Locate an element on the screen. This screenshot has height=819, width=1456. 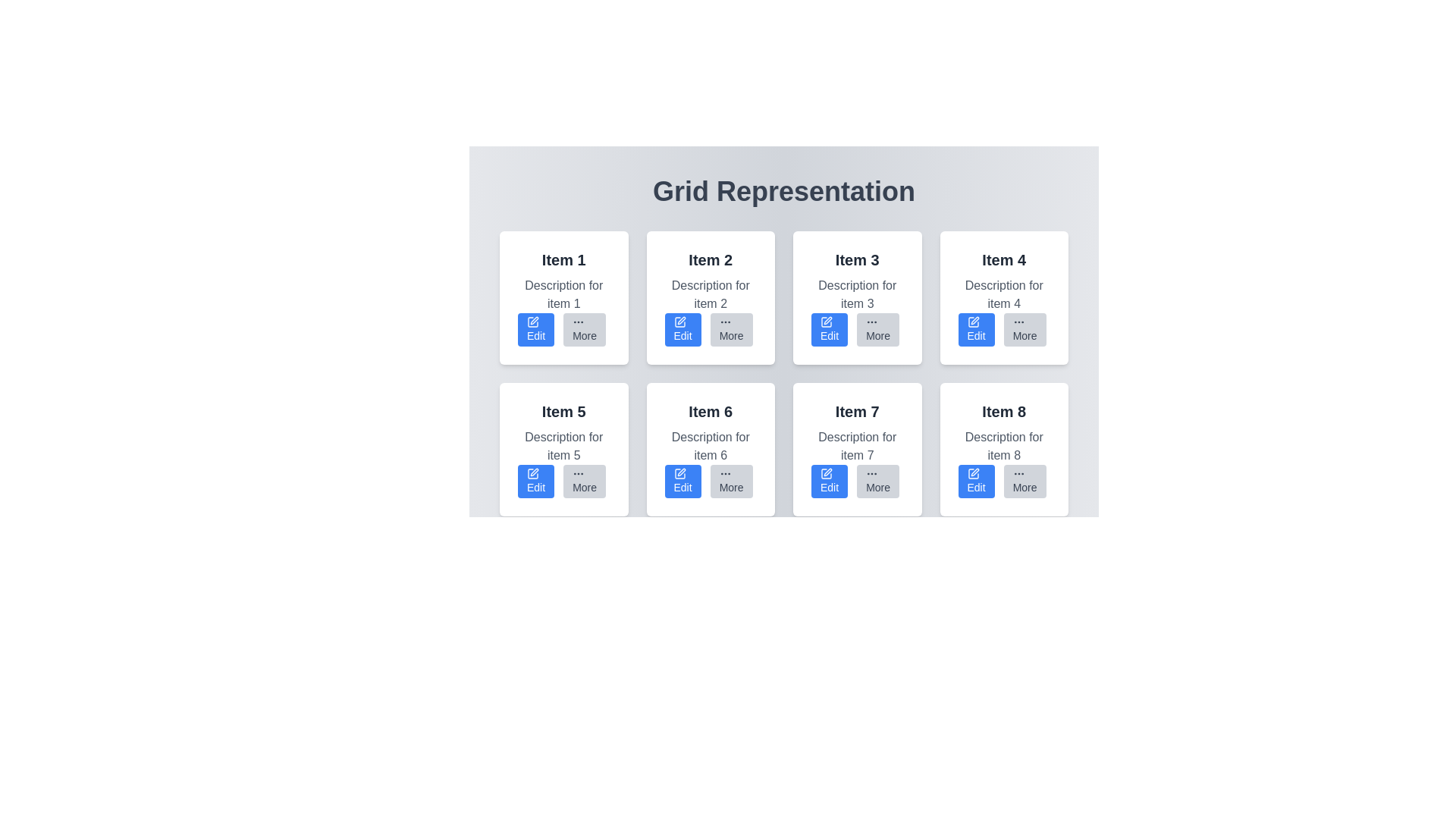
the edit icon resembling a pen or pencil located within the 'Edit' button beneath 'Item 2 Description for item 2' to initiate the edit action is located at coordinates (679, 321).